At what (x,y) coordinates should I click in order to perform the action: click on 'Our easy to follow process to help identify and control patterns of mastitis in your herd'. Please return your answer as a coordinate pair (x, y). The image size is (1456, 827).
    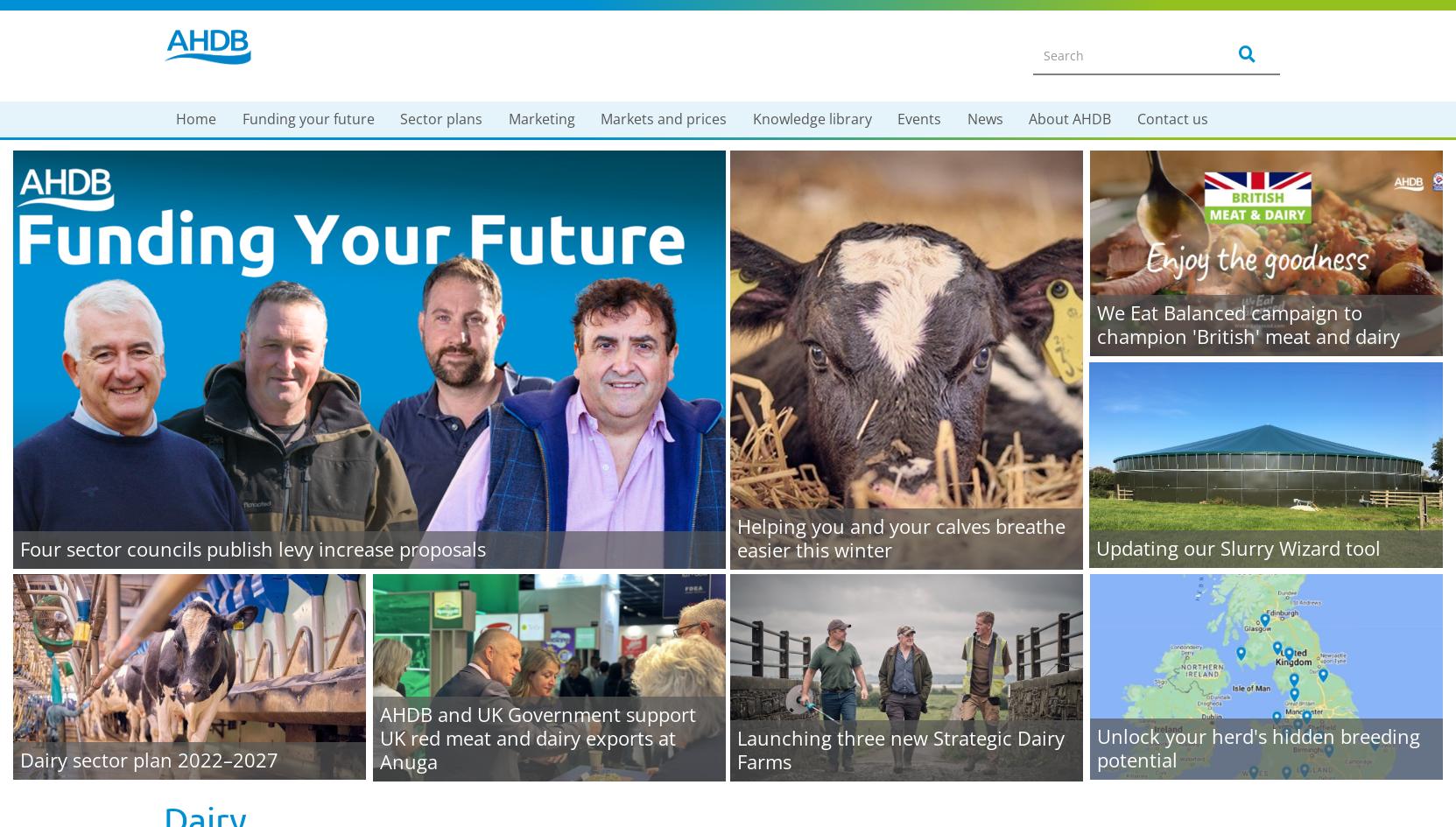
    Looking at the image, I should click on (866, 247).